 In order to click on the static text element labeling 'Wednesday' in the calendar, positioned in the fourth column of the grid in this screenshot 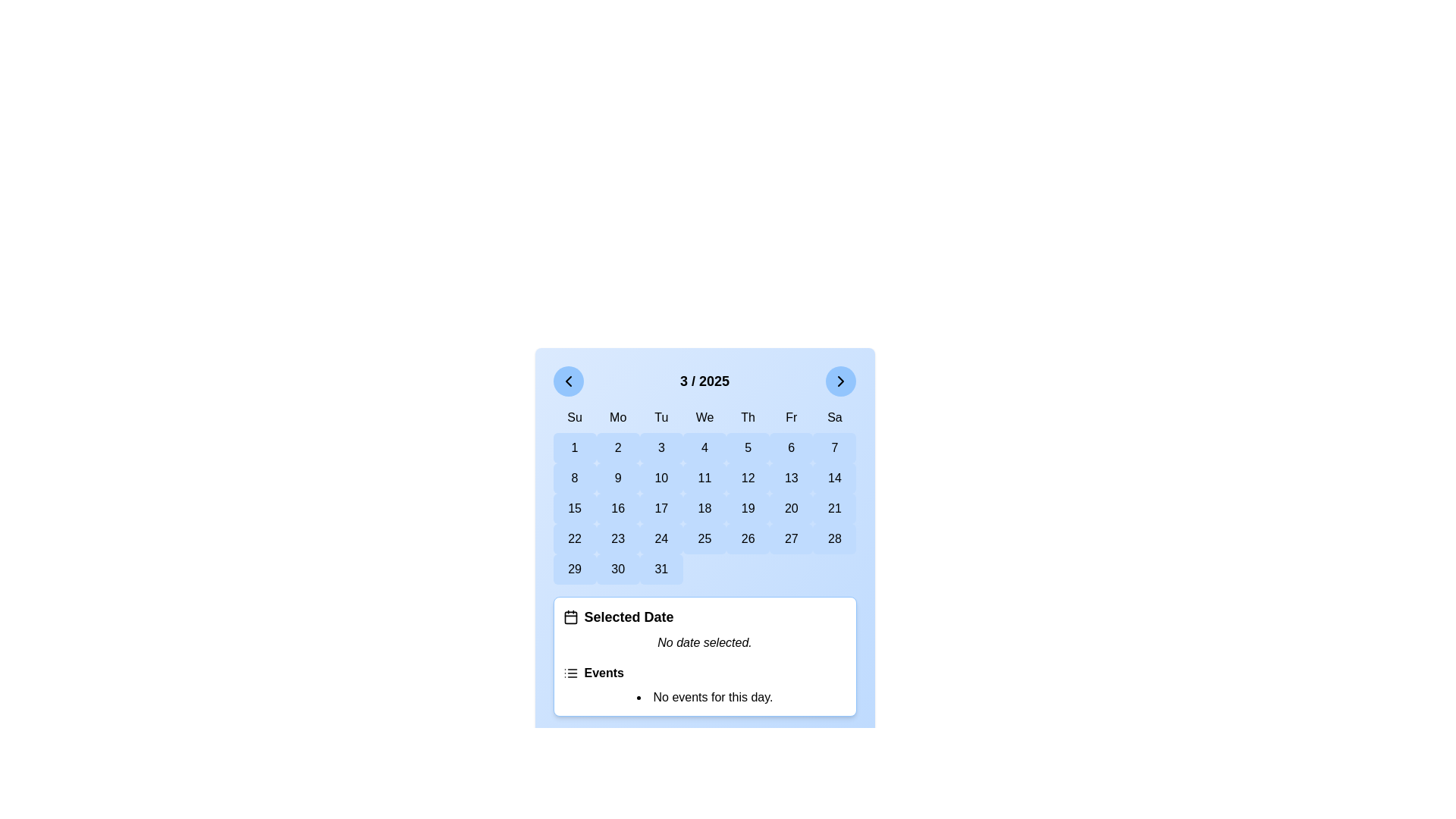, I will do `click(704, 418)`.